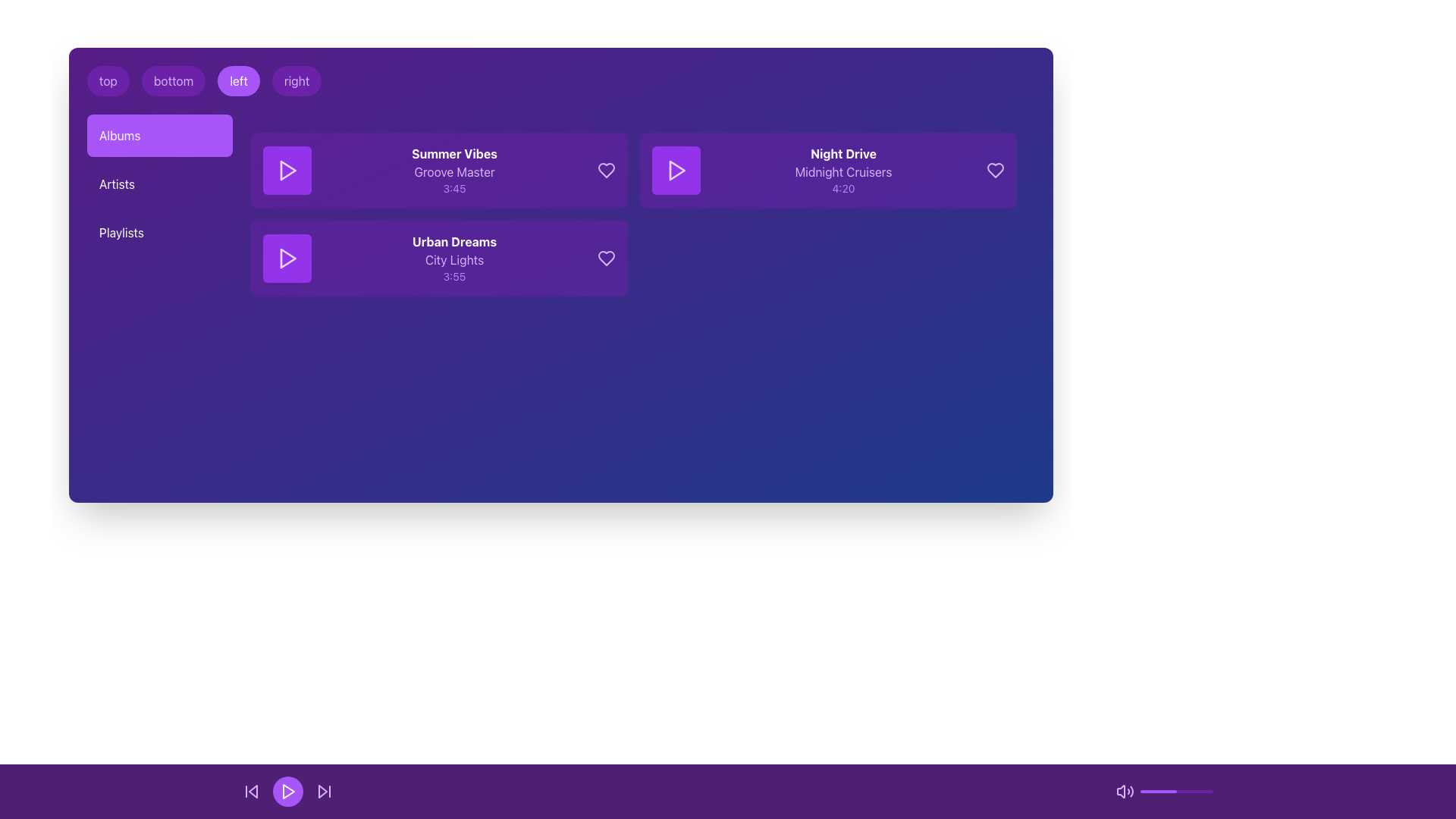  What do you see at coordinates (843, 170) in the screenshot?
I see `the Text block (multiline) displaying 'Night Drive', which is the third card in the music track list, located in the top-right section between a play button and a heart icon` at bounding box center [843, 170].